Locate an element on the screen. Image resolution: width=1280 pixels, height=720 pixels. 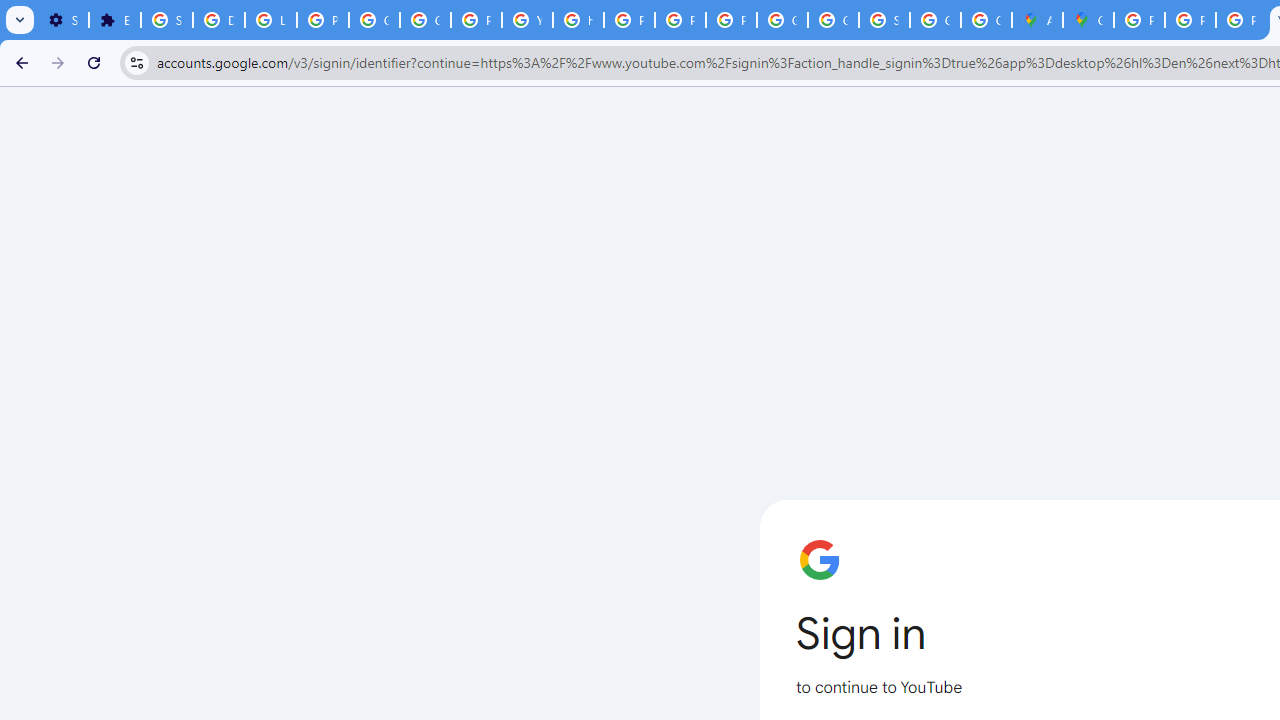
'Policy Accountability and Transparency - Transparency Center' is located at coordinates (1139, 20).